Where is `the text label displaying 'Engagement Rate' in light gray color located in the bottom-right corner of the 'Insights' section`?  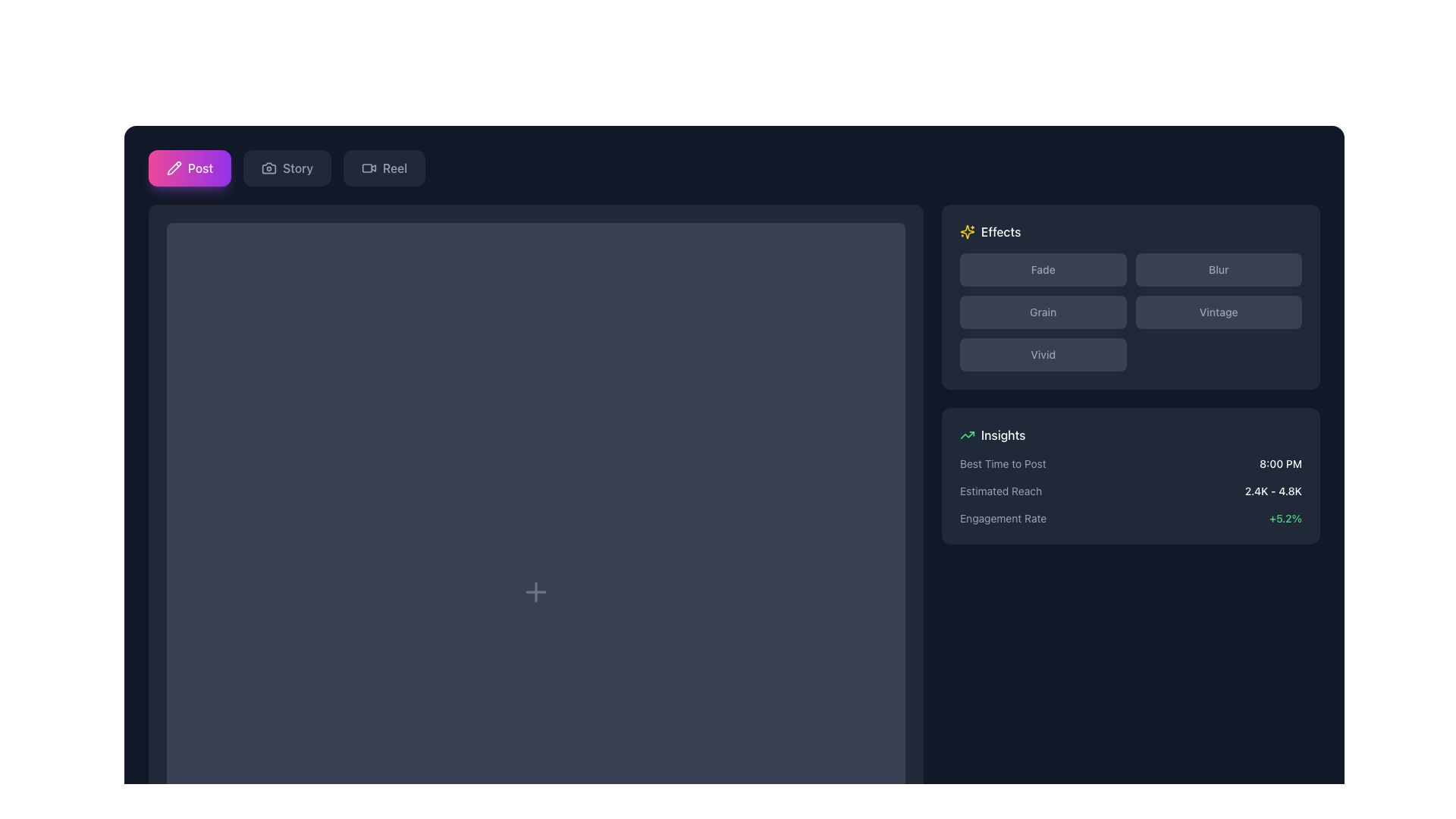
the text label displaying 'Engagement Rate' in light gray color located in the bottom-right corner of the 'Insights' section is located at coordinates (1003, 517).